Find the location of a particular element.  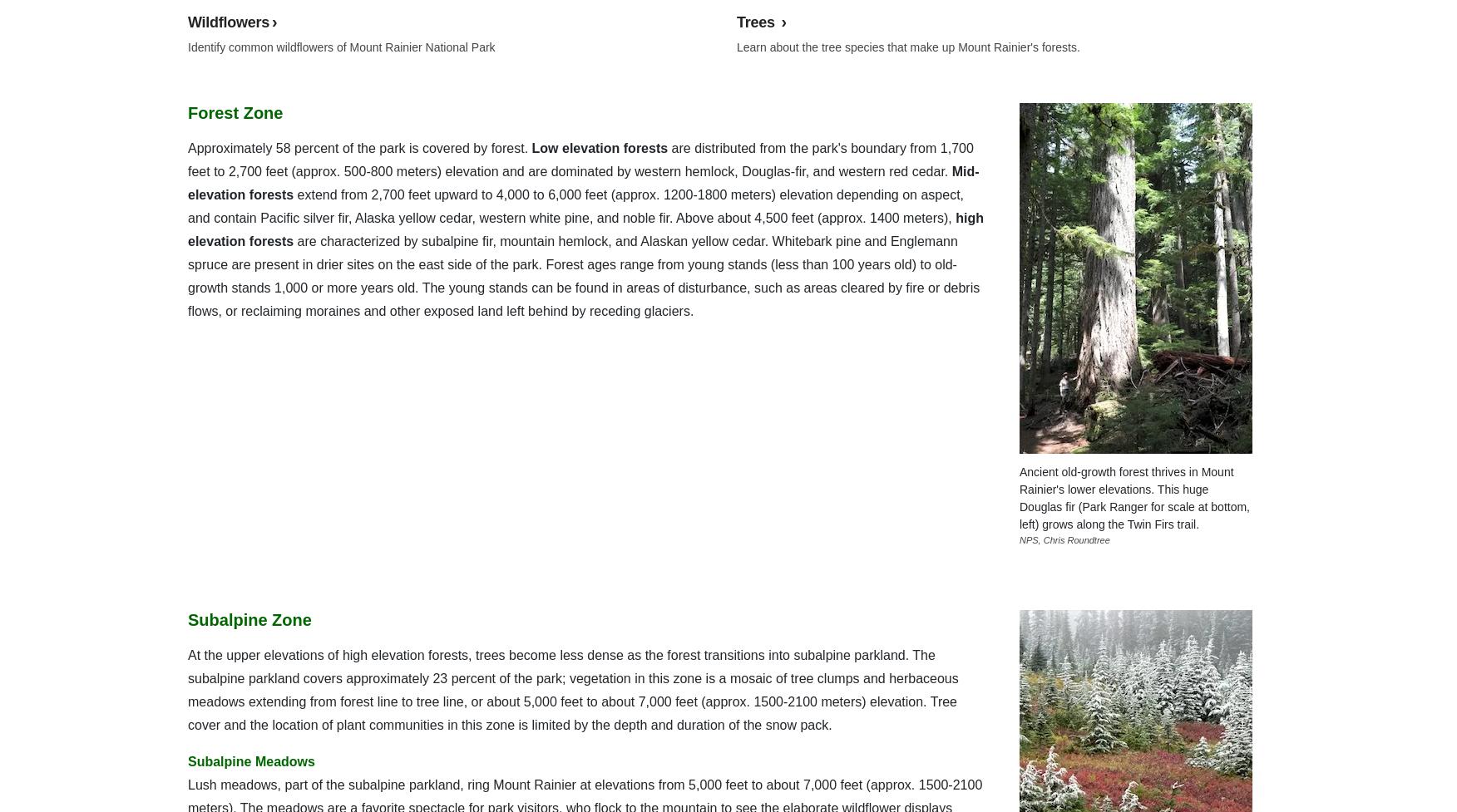

'No Fear Act' is located at coordinates (279, 42).